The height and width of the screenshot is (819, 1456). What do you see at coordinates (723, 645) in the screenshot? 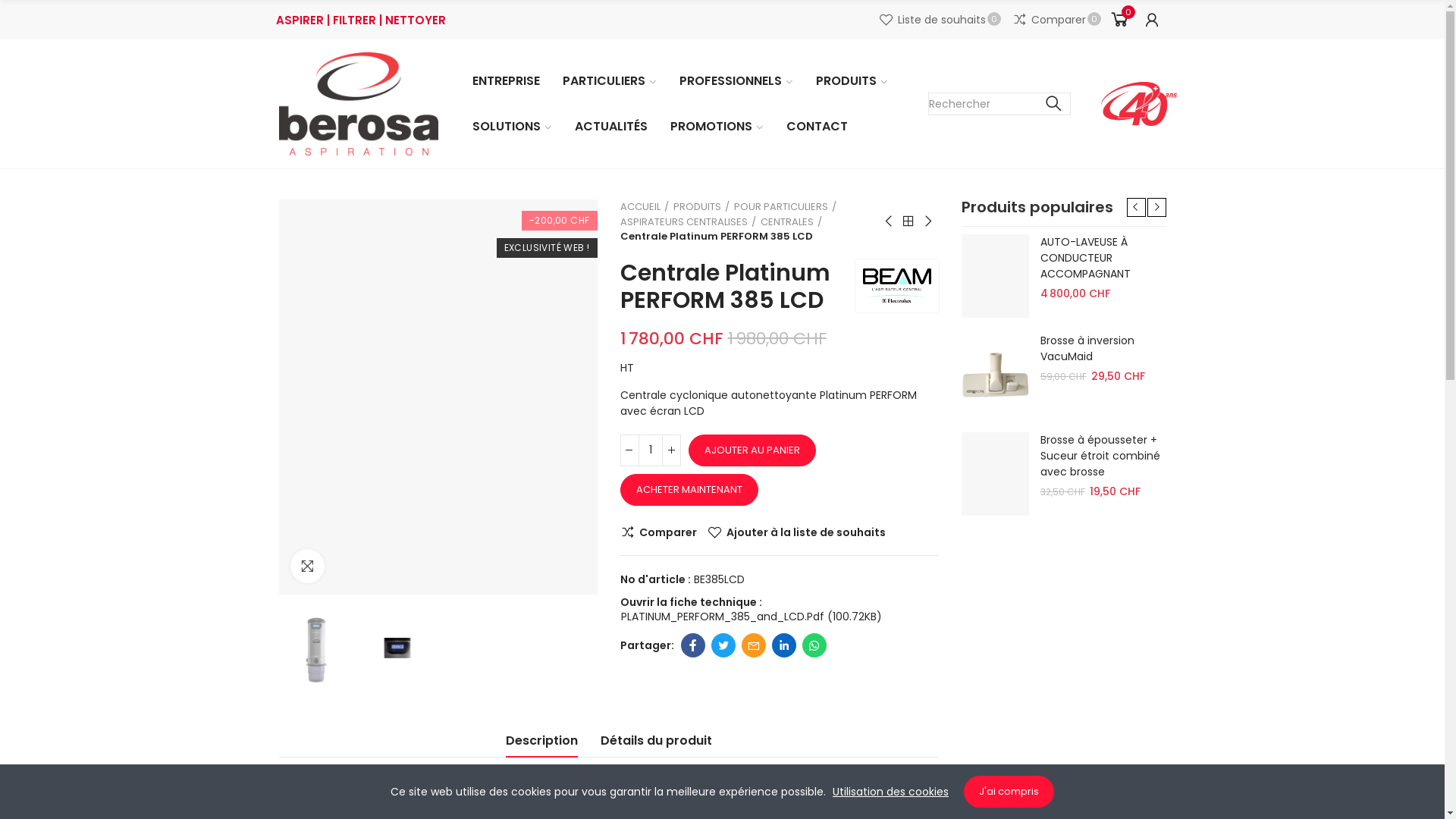
I see `'Twitter'` at bounding box center [723, 645].